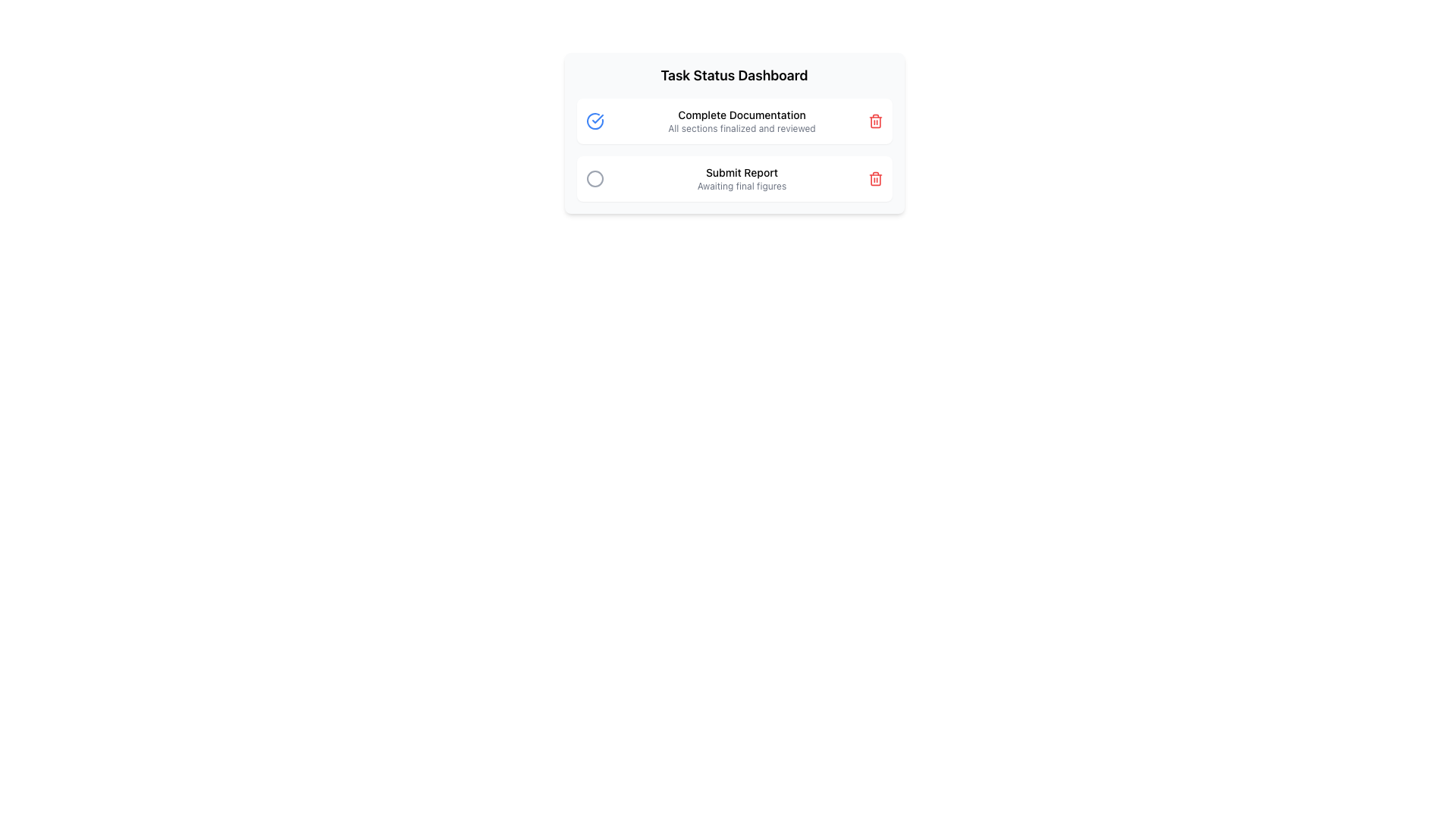 This screenshot has width=1456, height=819. Describe the element at coordinates (875, 120) in the screenshot. I see `the delete button associated with the task titled 'Complete Documentation'` at that location.